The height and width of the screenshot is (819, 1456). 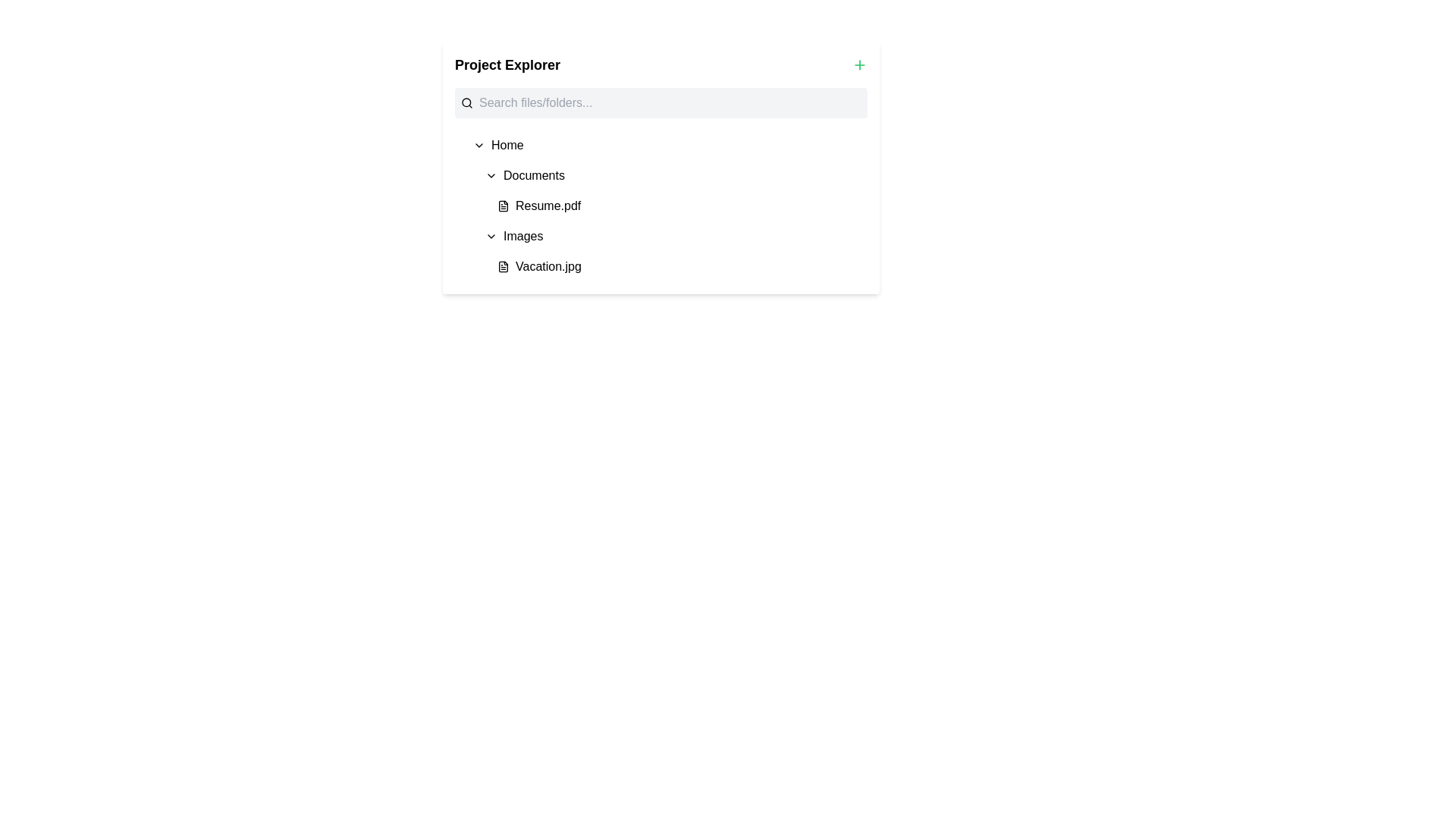 I want to click on the small green plus icon located at the top-right corner of the 'Project Explorer' section, so click(x=859, y=64).